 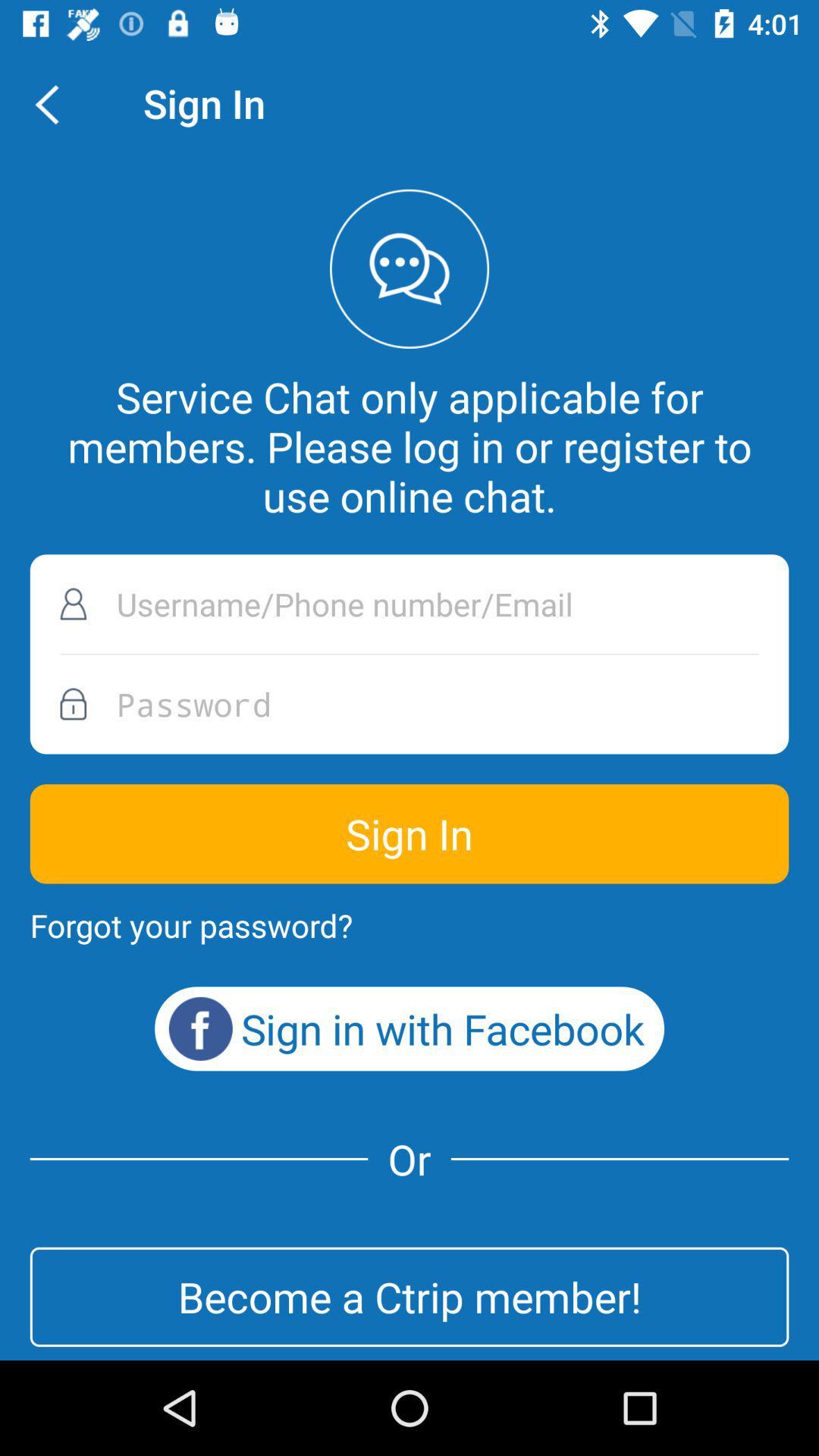 I want to click on item above the sign in with icon, so click(x=190, y=924).